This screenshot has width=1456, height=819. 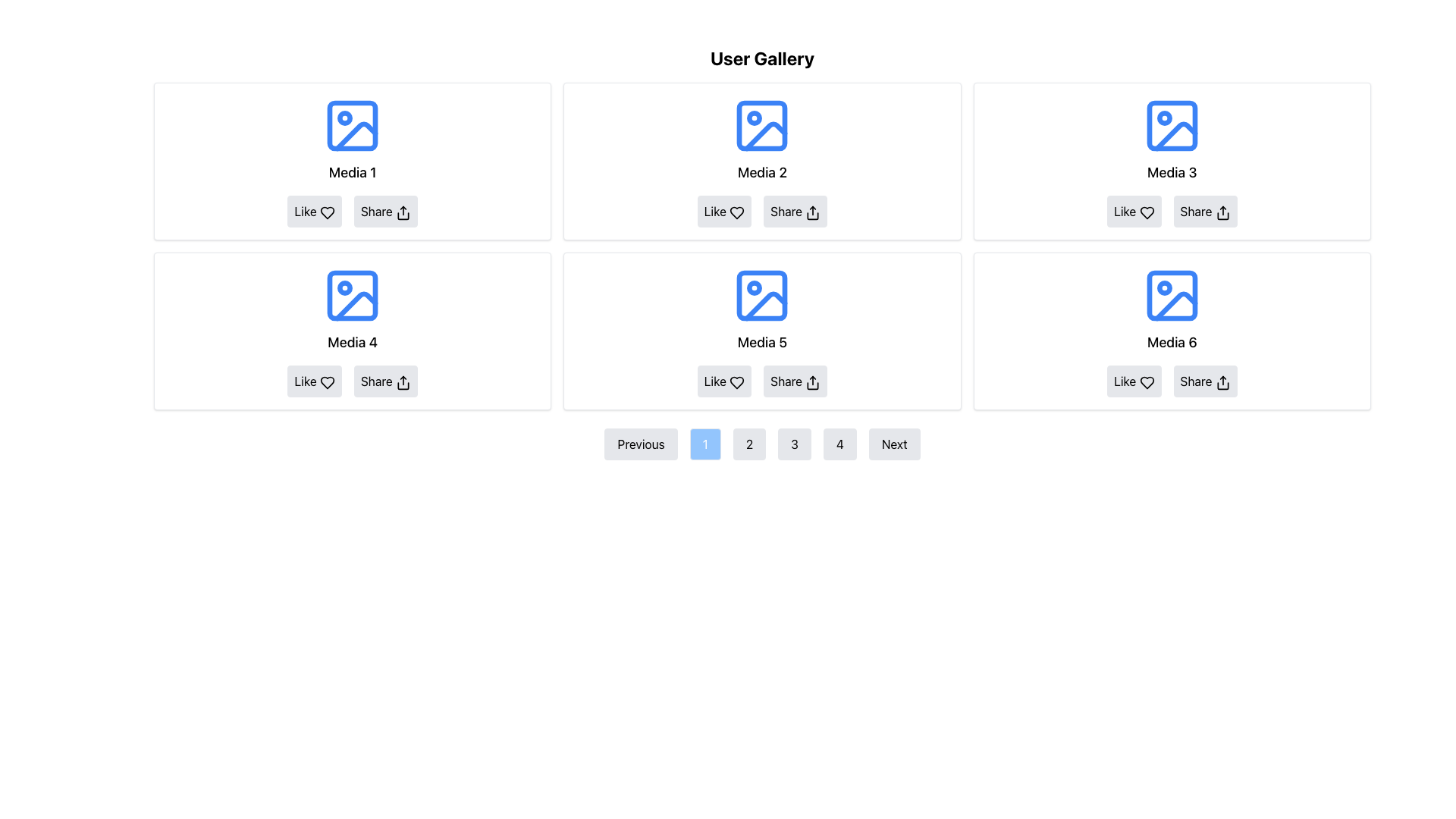 What do you see at coordinates (795, 211) in the screenshot?
I see `the 'Share' button with a gray background and rounded border in the second media card of the gallery` at bounding box center [795, 211].